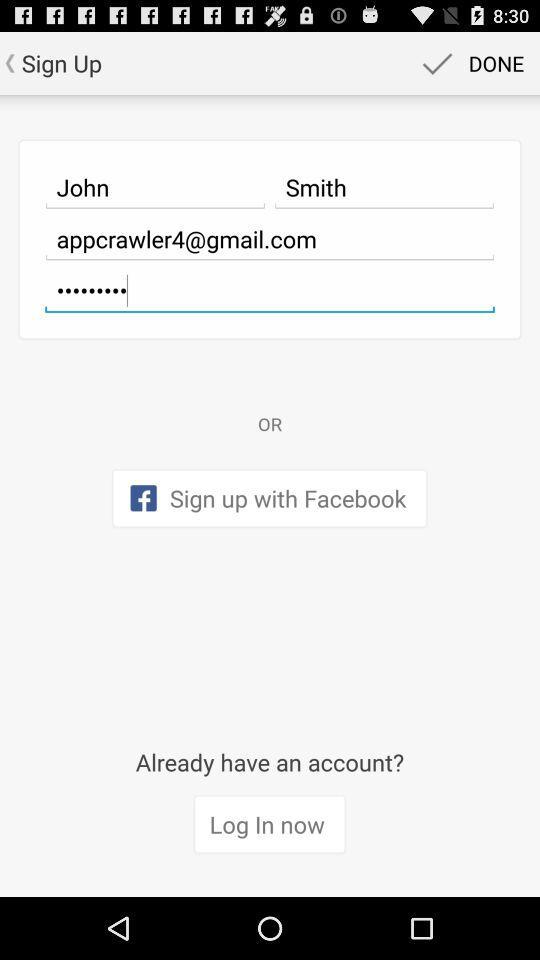 This screenshot has height=960, width=540. I want to click on smith item, so click(384, 187).